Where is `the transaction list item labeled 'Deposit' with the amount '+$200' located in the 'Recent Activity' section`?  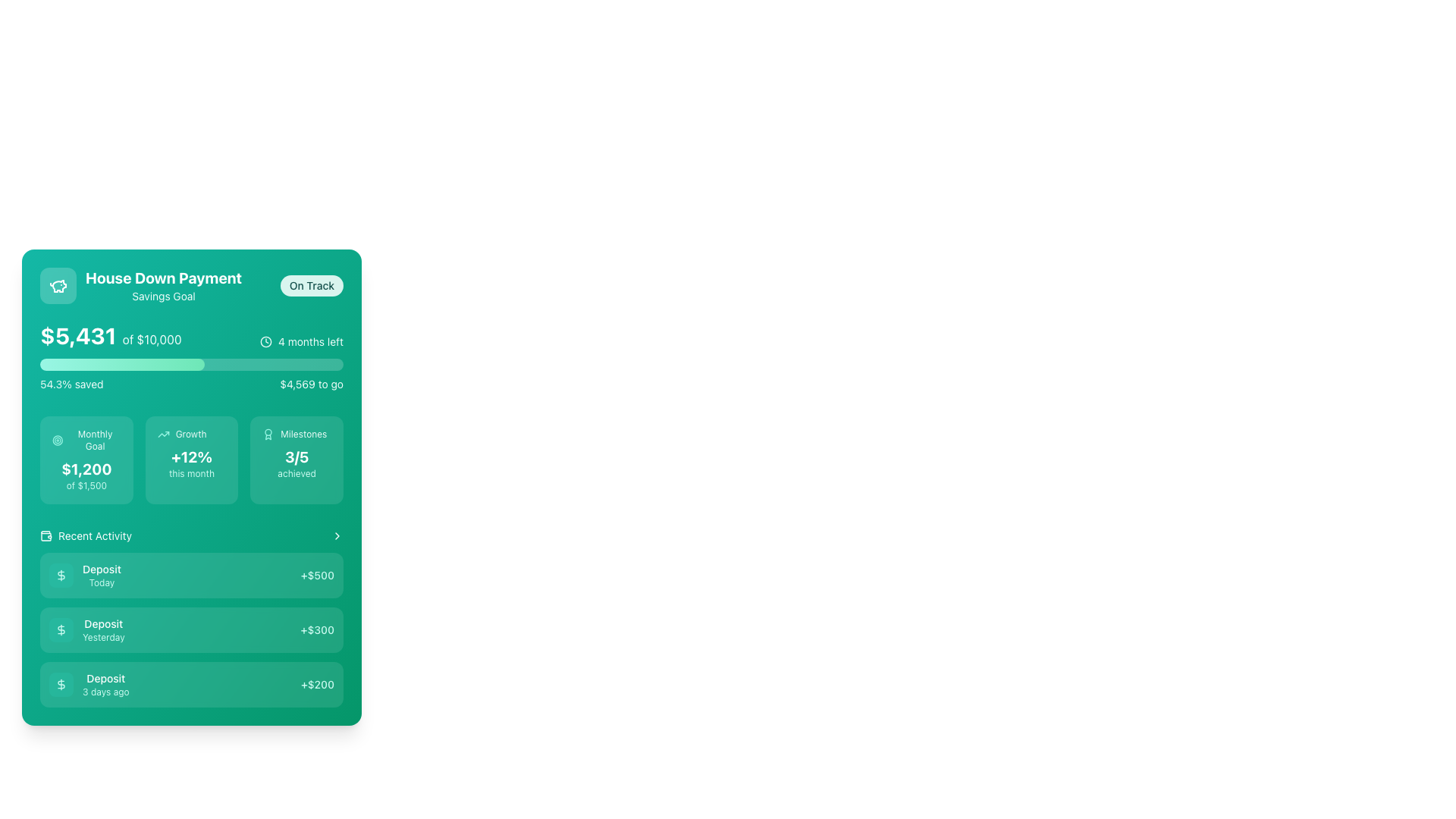
the transaction list item labeled 'Deposit' with the amount '+$200' located in the 'Recent Activity' section is located at coordinates (191, 684).